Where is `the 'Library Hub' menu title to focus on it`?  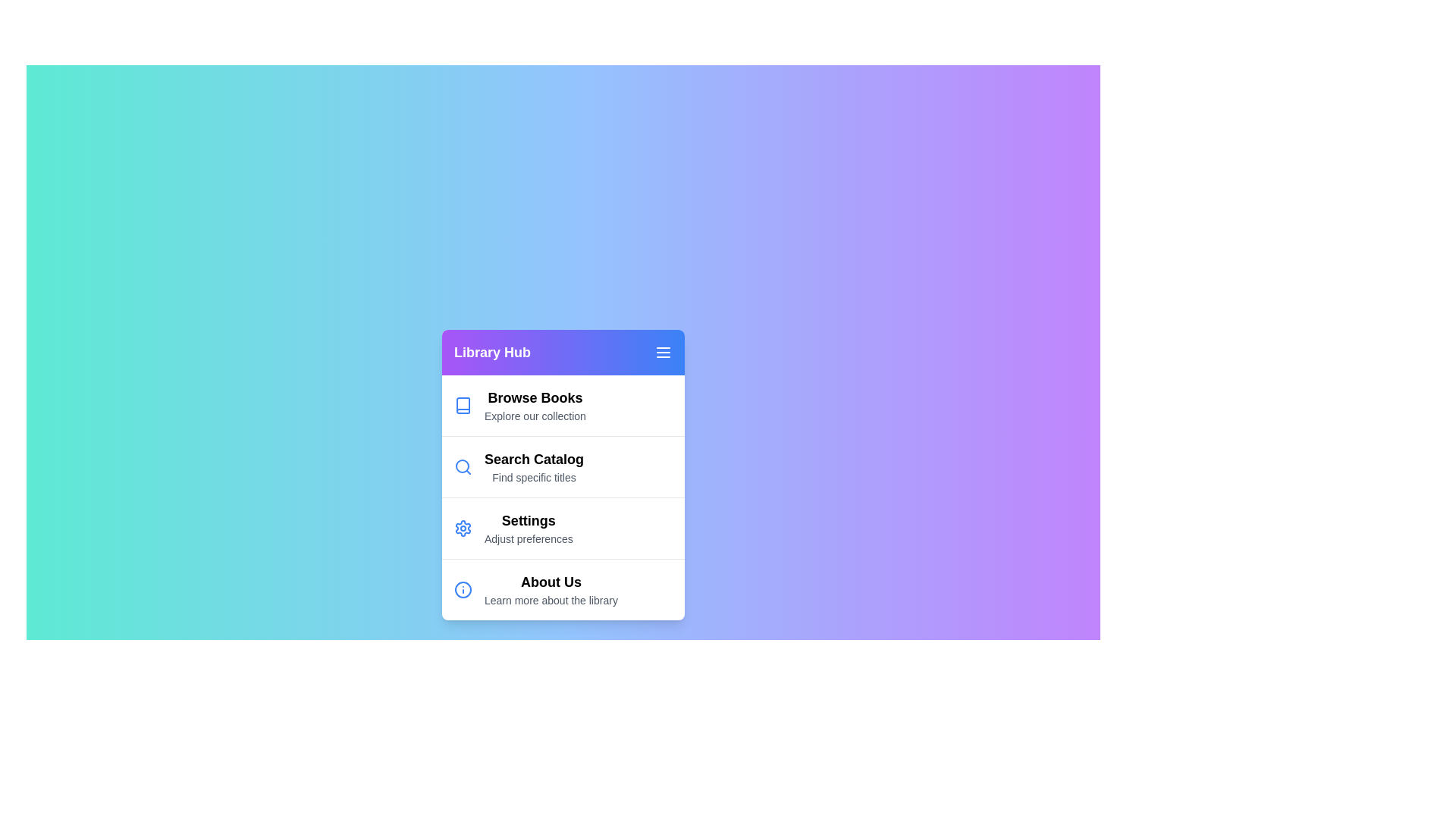 the 'Library Hub' menu title to focus on it is located at coordinates (492, 352).